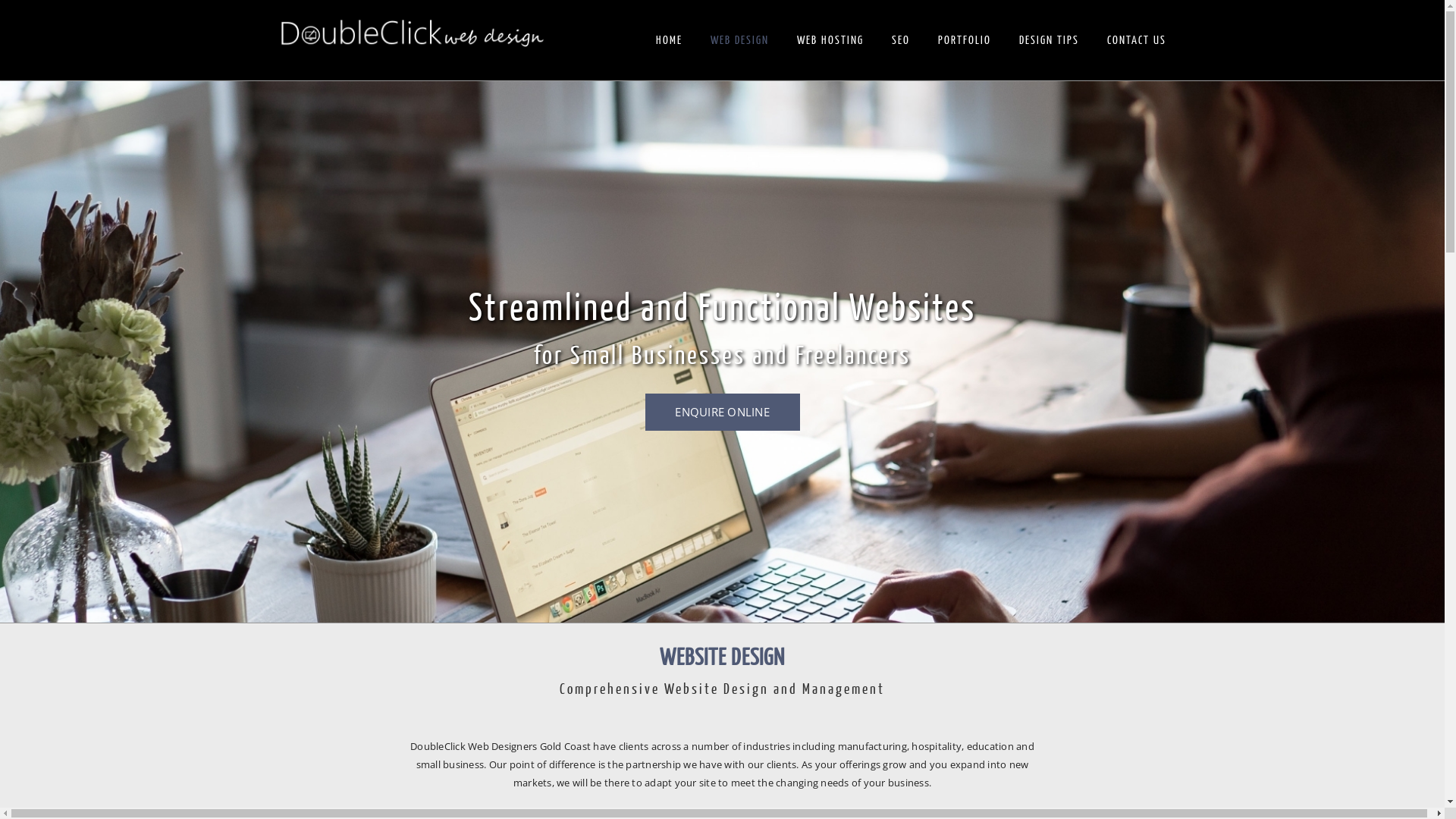 This screenshot has height=819, width=1456. What do you see at coordinates (901, 40) in the screenshot?
I see `'SEO'` at bounding box center [901, 40].